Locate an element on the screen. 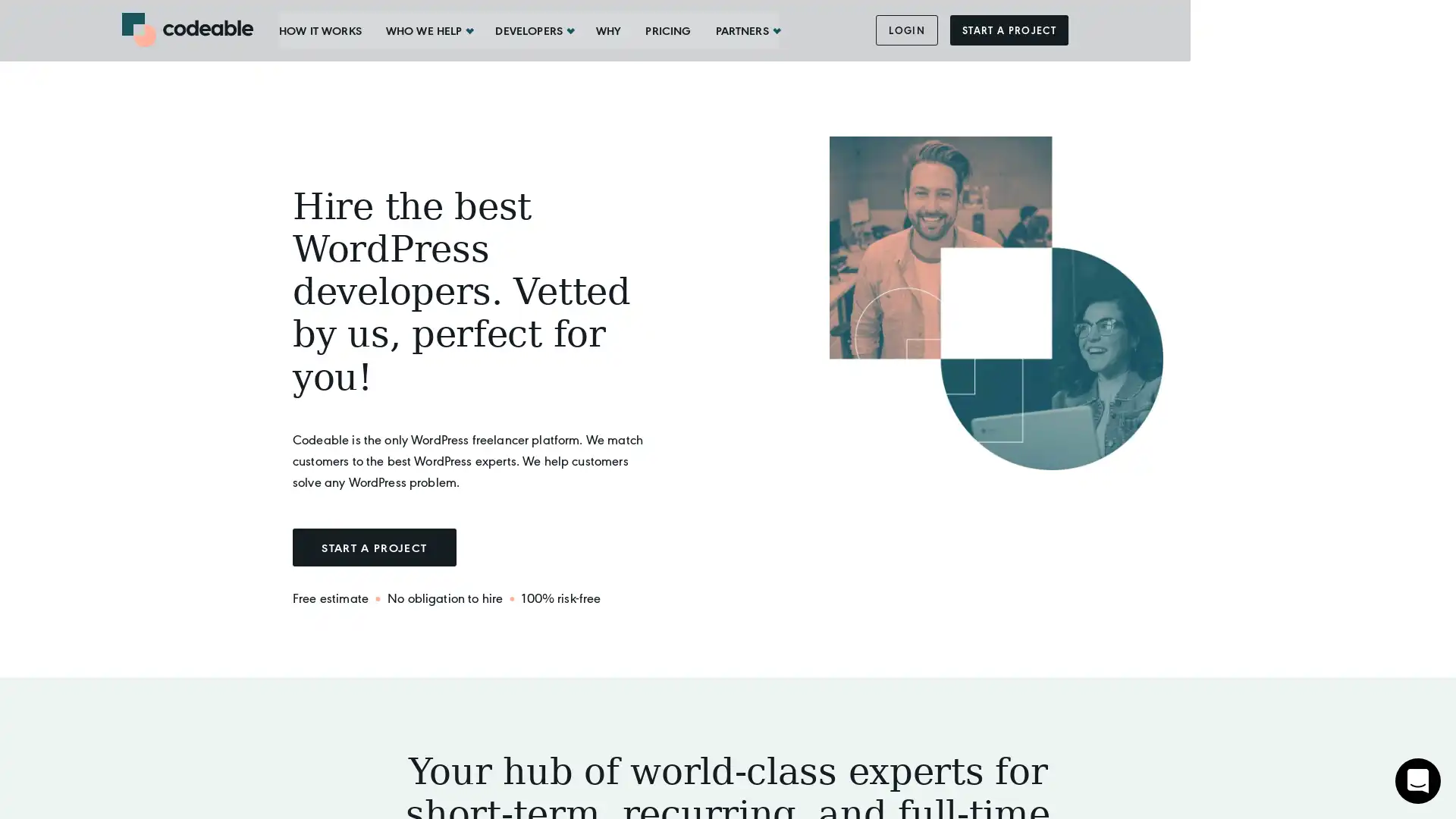 This screenshot has height=819, width=1456. START A PROJECT is located at coordinates (374, 547).